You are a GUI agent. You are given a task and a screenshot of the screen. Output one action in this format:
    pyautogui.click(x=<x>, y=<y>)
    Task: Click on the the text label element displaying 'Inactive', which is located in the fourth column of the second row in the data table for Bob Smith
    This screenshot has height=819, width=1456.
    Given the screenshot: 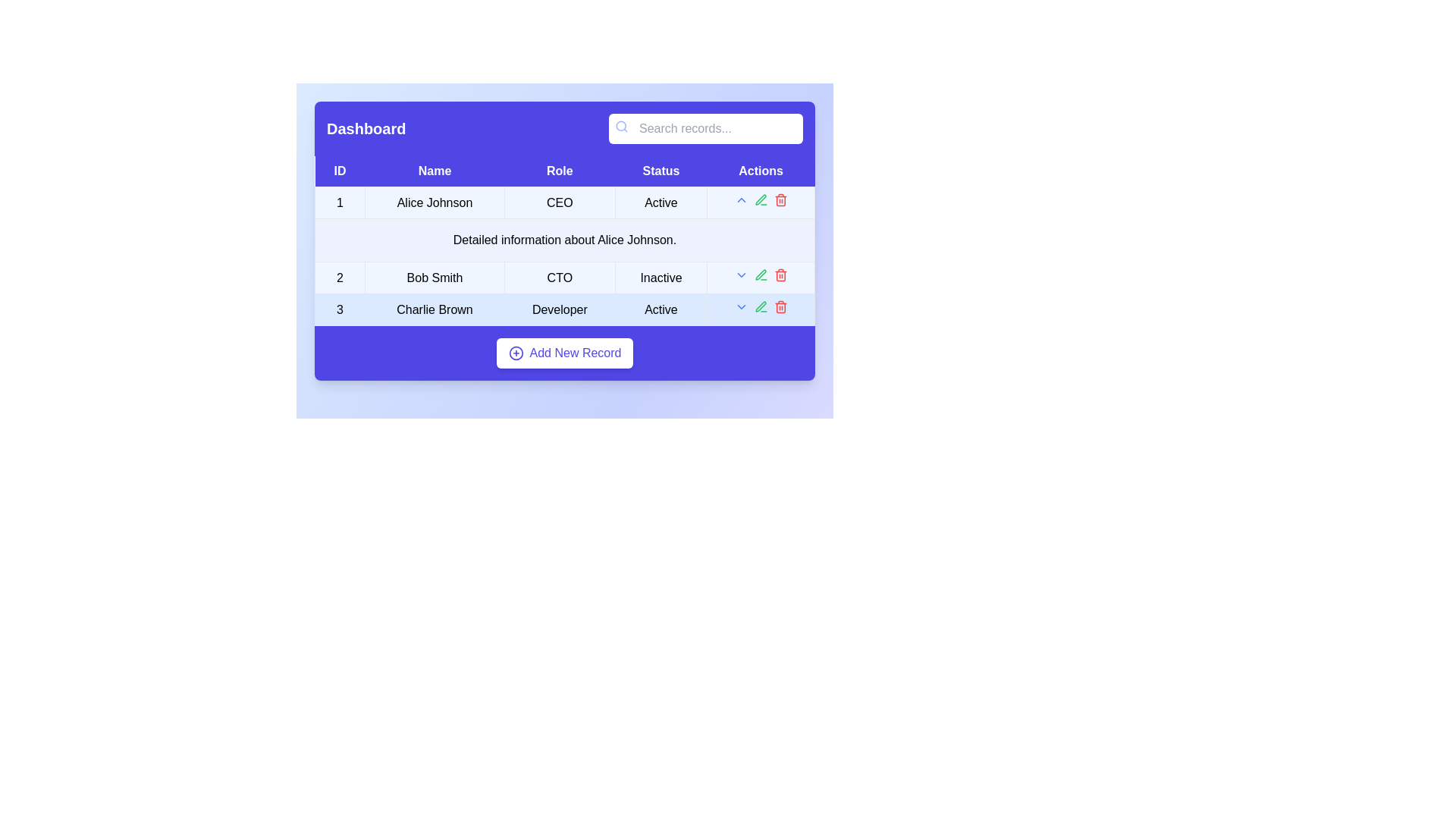 What is the action you would take?
    pyautogui.click(x=661, y=278)
    